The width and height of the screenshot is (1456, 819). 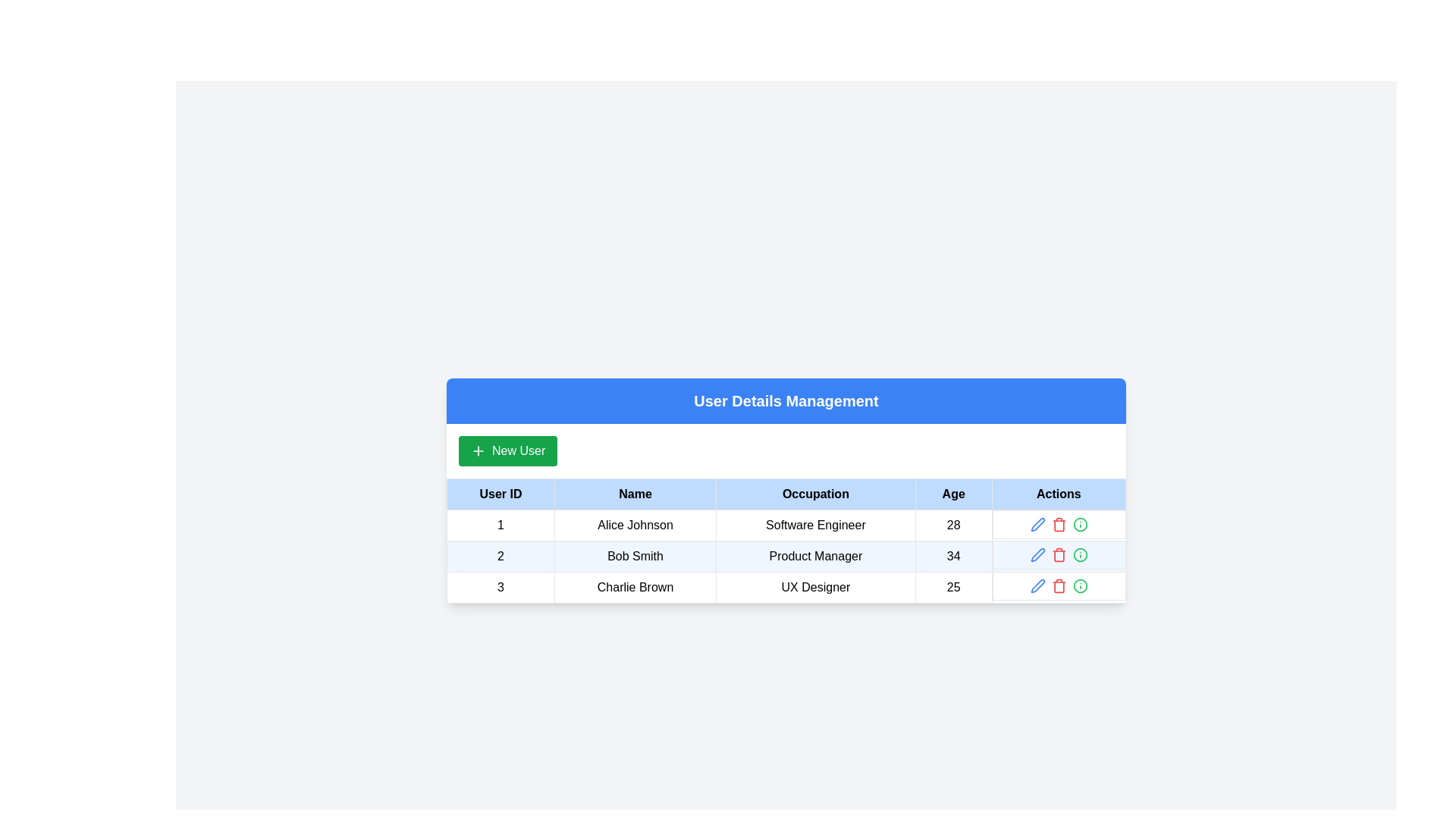 I want to click on the delete button icon located in the fifth column of the row corresponding to user 'Bob Smith', so click(x=1058, y=555).